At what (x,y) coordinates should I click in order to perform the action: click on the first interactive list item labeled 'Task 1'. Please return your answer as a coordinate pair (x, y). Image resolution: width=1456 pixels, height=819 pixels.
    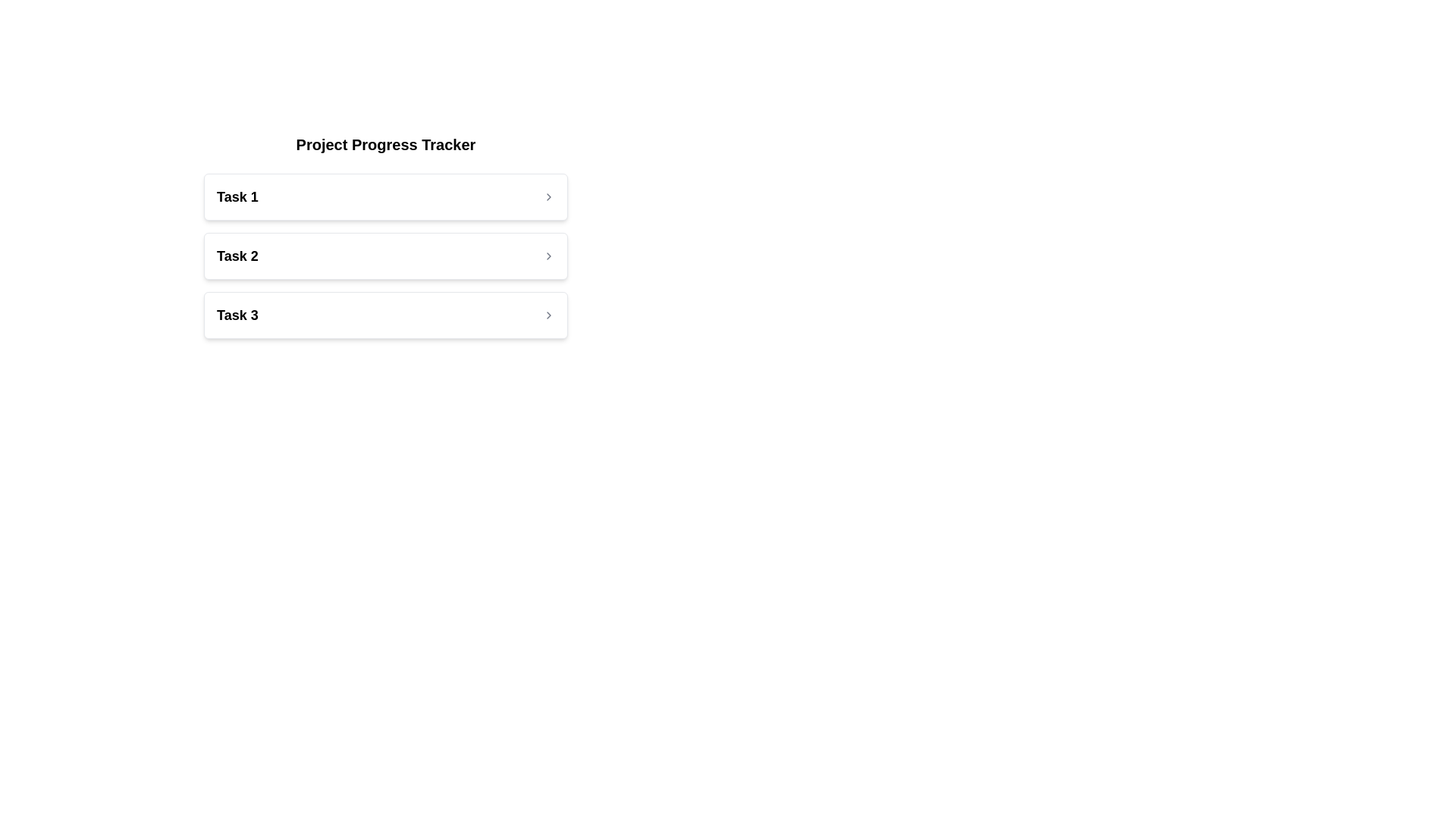
    Looking at the image, I should click on (385, 196).